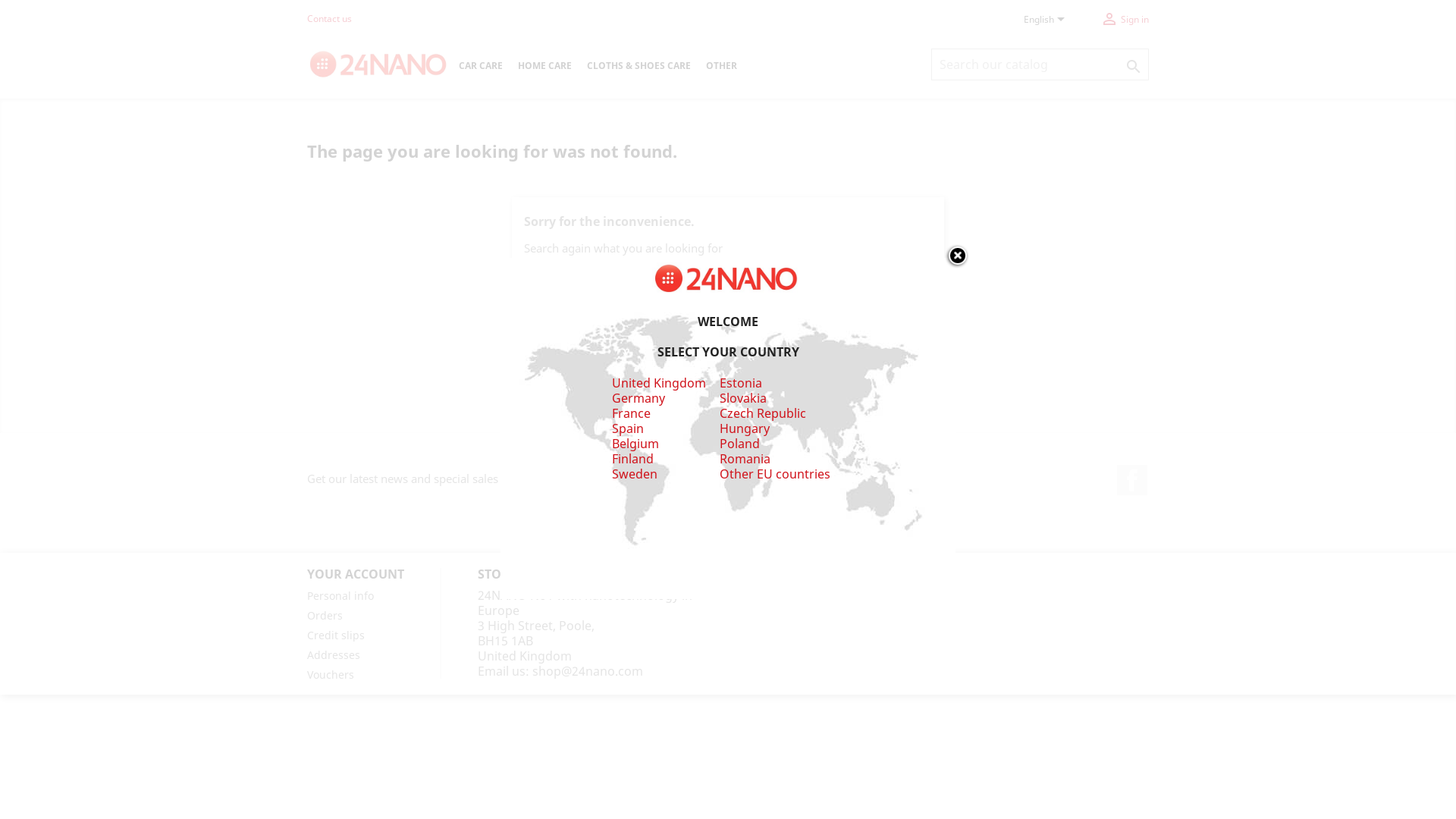 This screenshot has width=1456, height=819. I want to click on 'France', so click(630, 413).